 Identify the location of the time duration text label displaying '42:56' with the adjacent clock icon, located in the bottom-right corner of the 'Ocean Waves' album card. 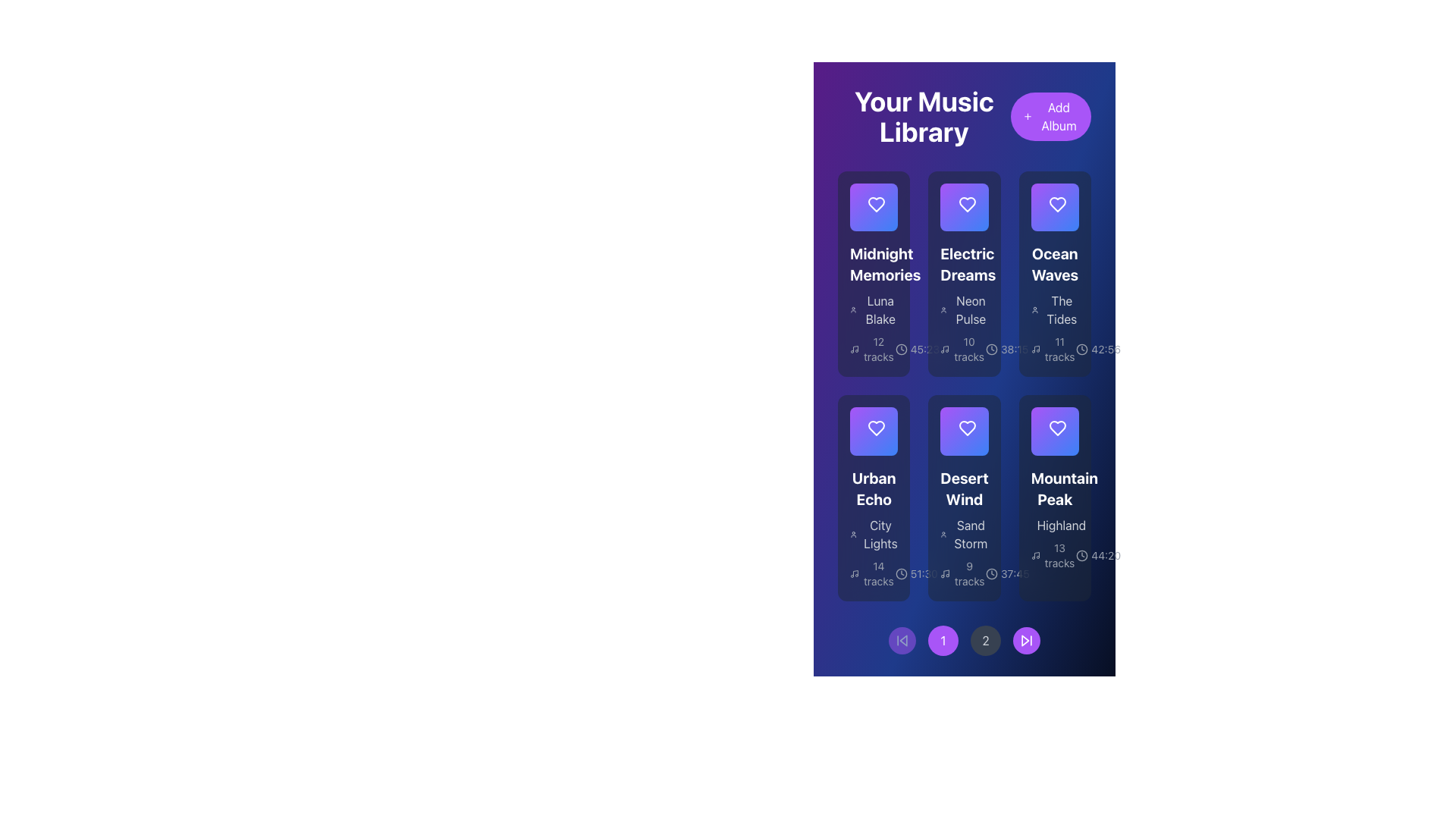
(1098, 350).